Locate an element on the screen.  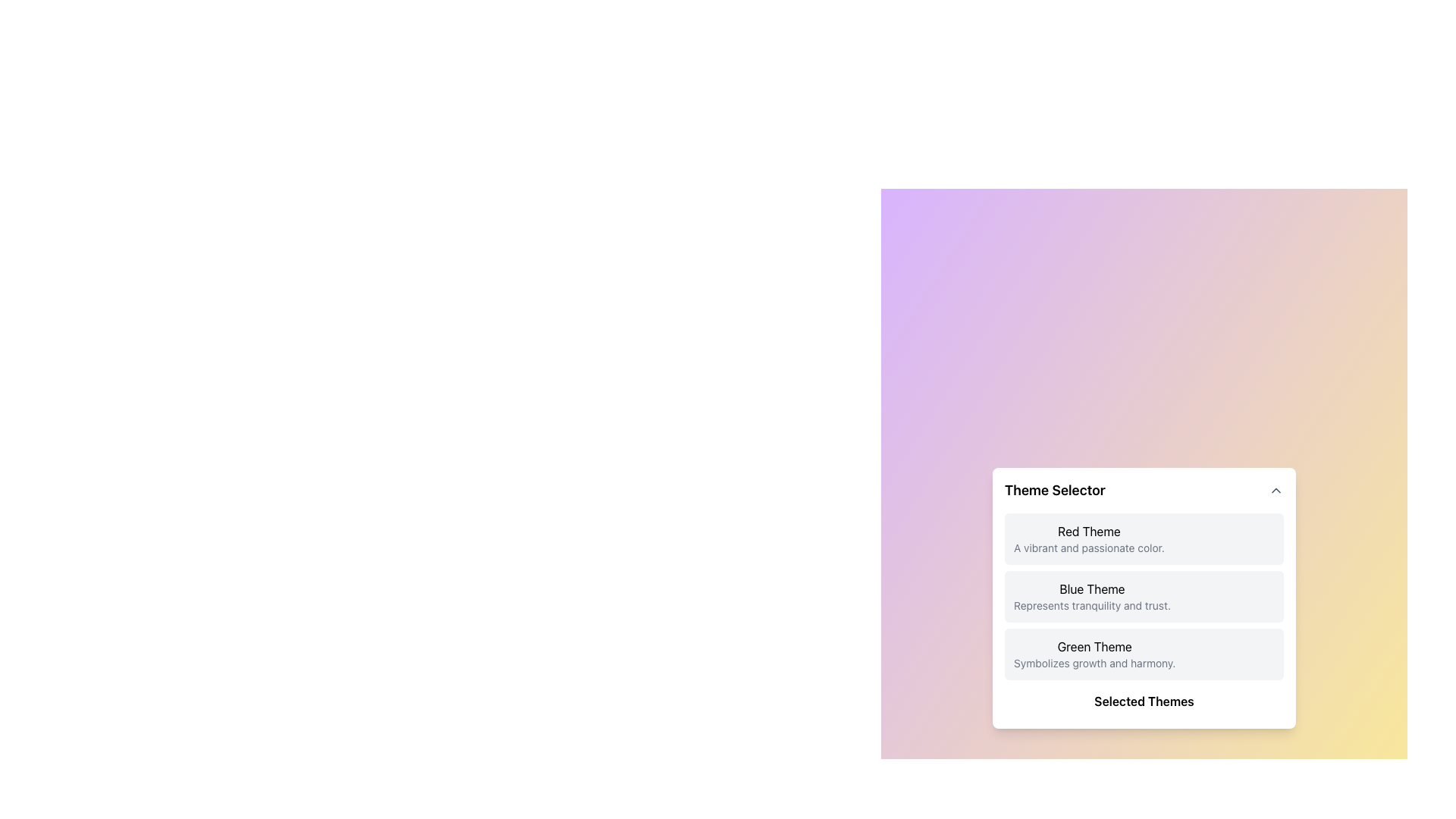
the Text Label providing descriptive information about the 'Blue Theme', located directly below the 'Blue Theme' heading is located at coordinates (1092, 604).